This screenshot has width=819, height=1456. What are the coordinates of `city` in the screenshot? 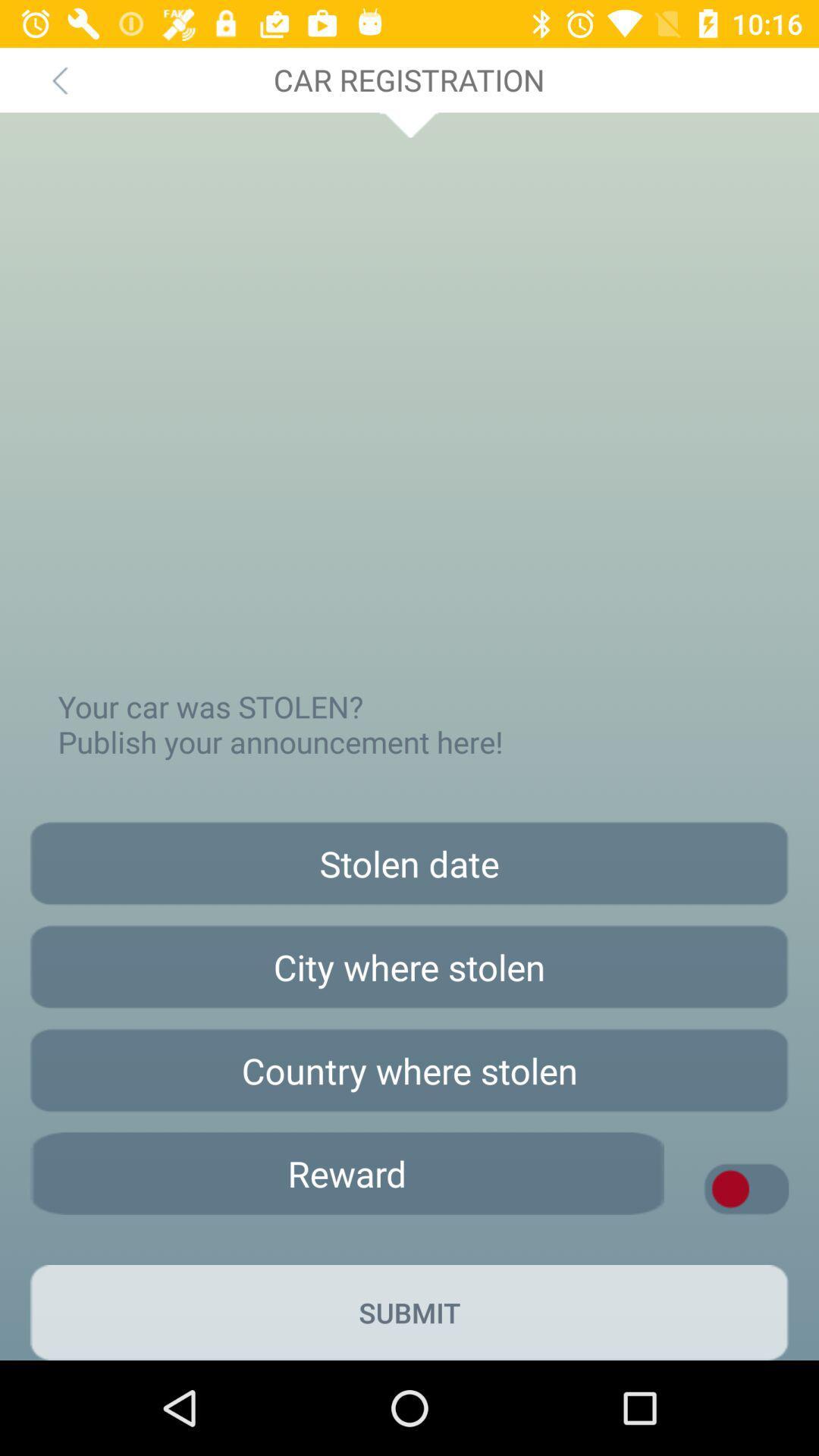 It's located at (409, 966).